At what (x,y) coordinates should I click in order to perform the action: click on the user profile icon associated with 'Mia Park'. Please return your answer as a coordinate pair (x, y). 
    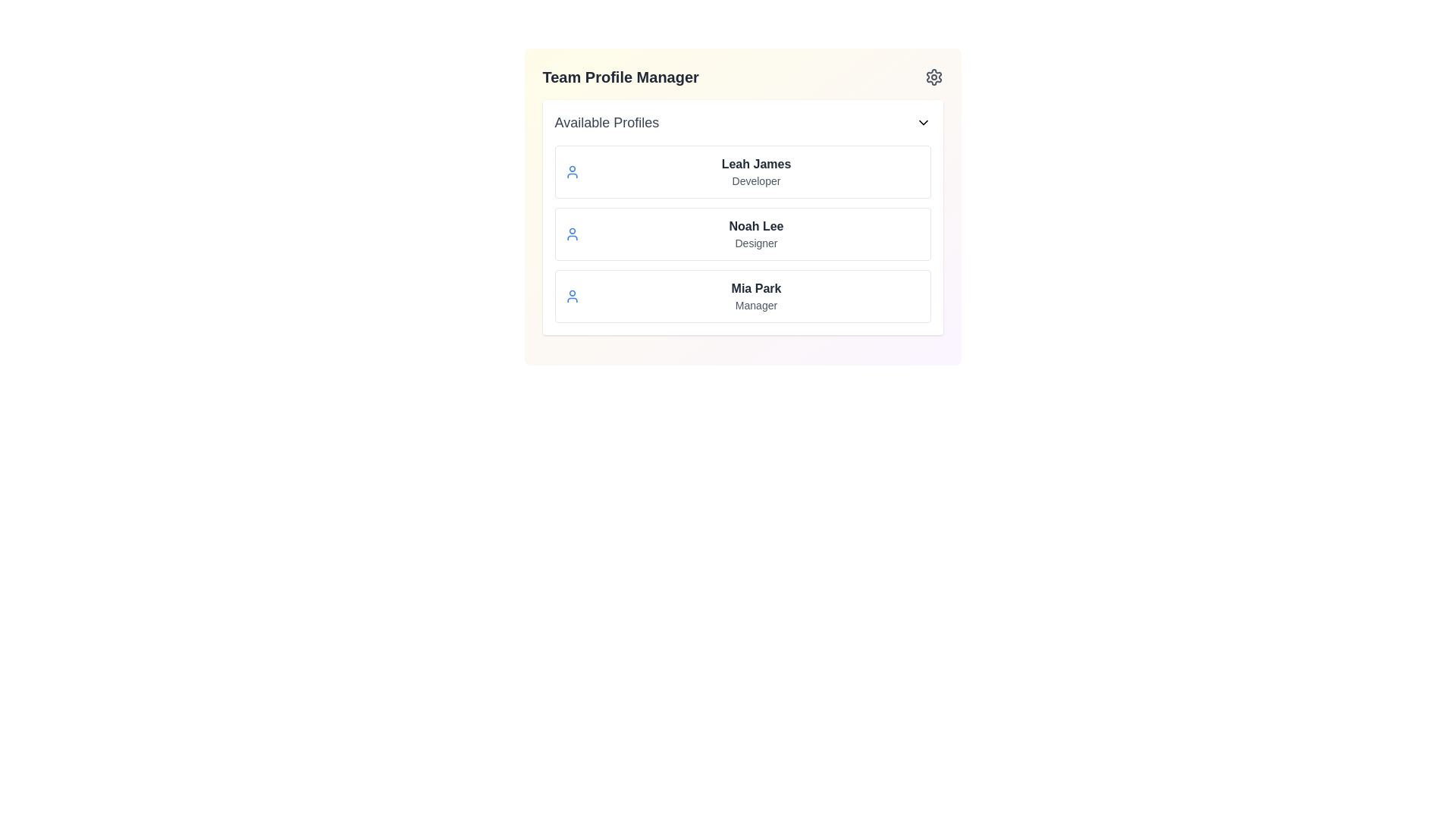
    Looking at the image, I should click on (571, 296).